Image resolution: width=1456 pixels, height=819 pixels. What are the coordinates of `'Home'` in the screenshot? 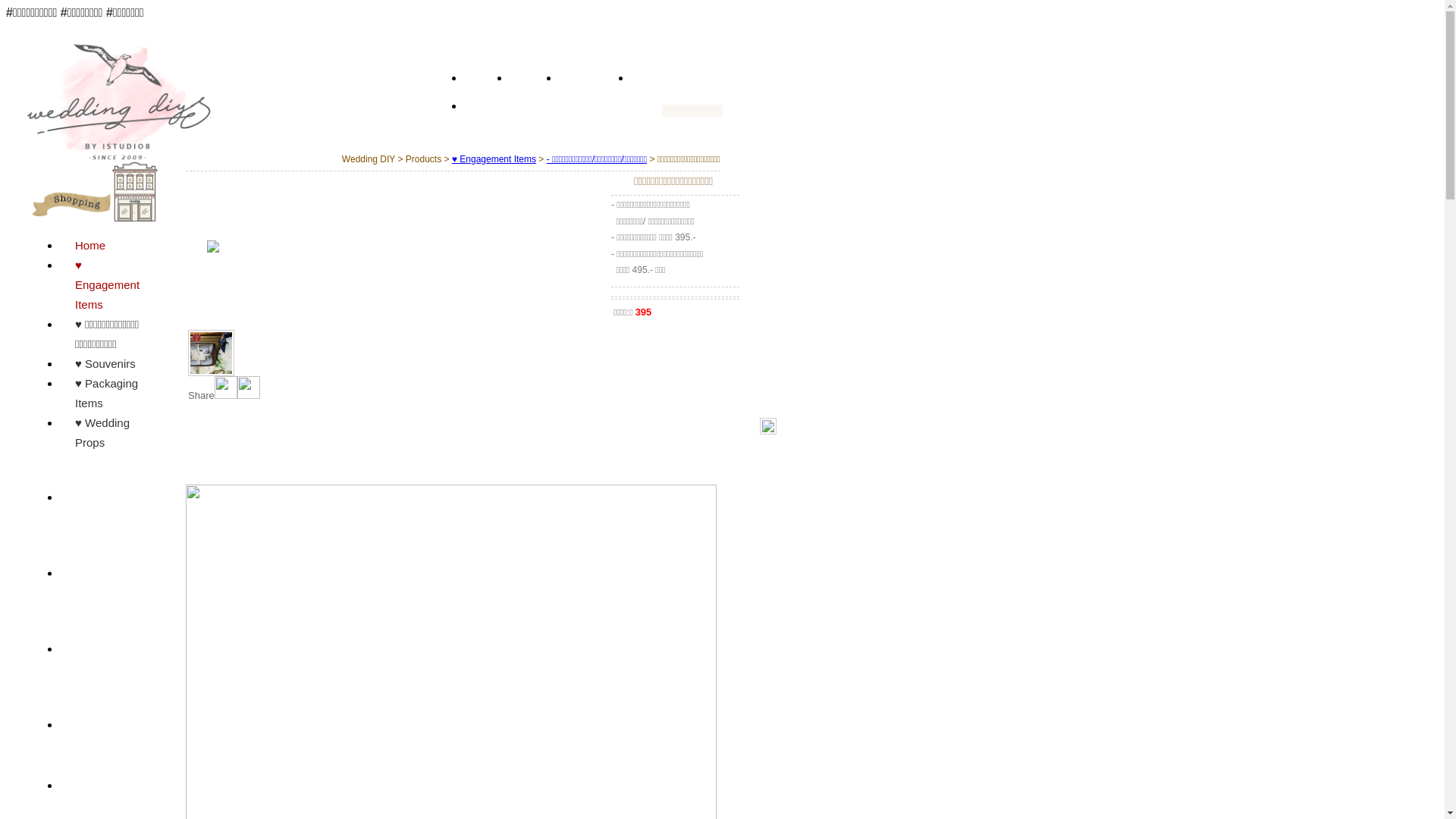 It's located at (109, 245).